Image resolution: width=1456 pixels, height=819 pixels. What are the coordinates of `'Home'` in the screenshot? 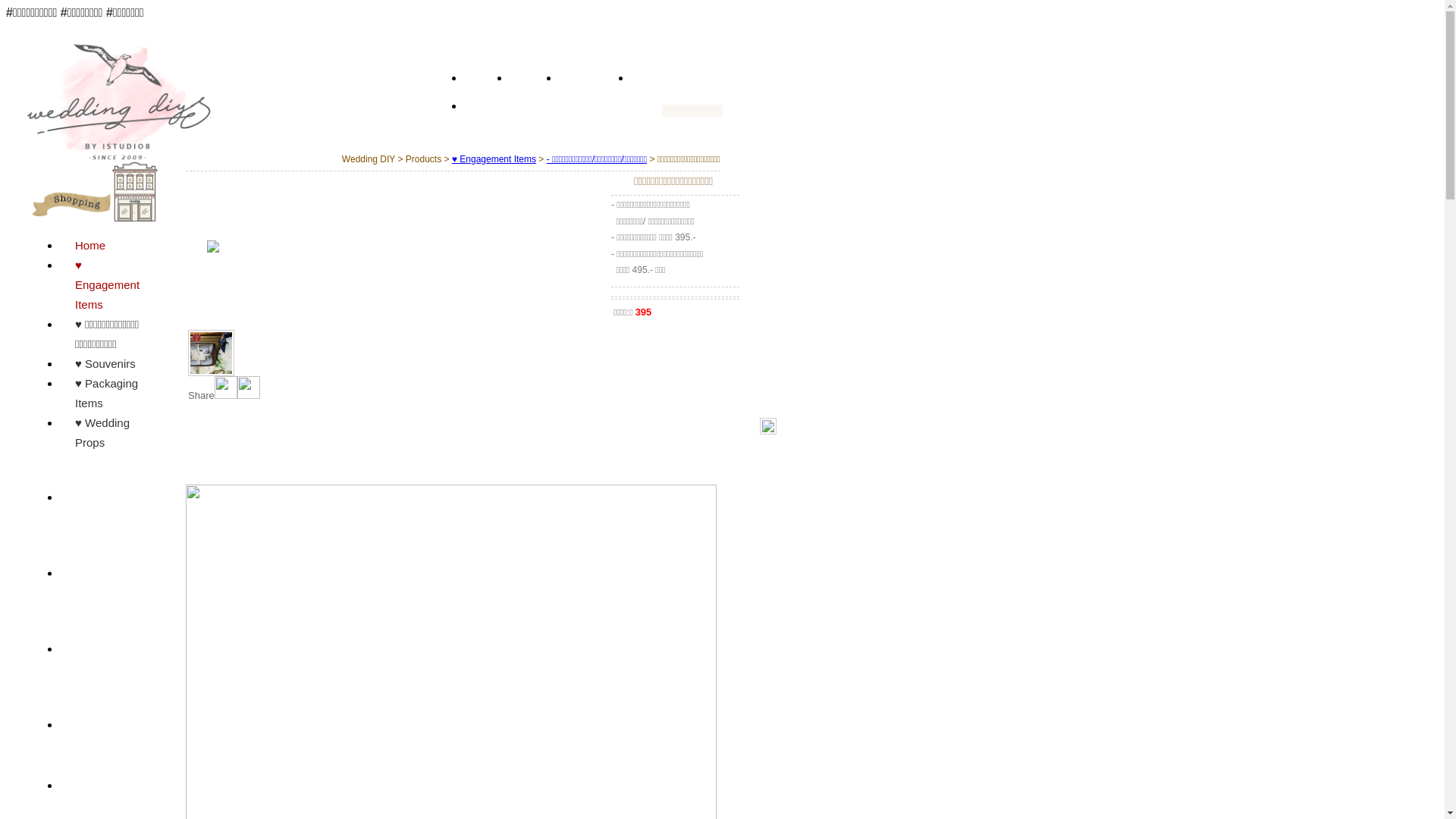 It's located at (109, 245).